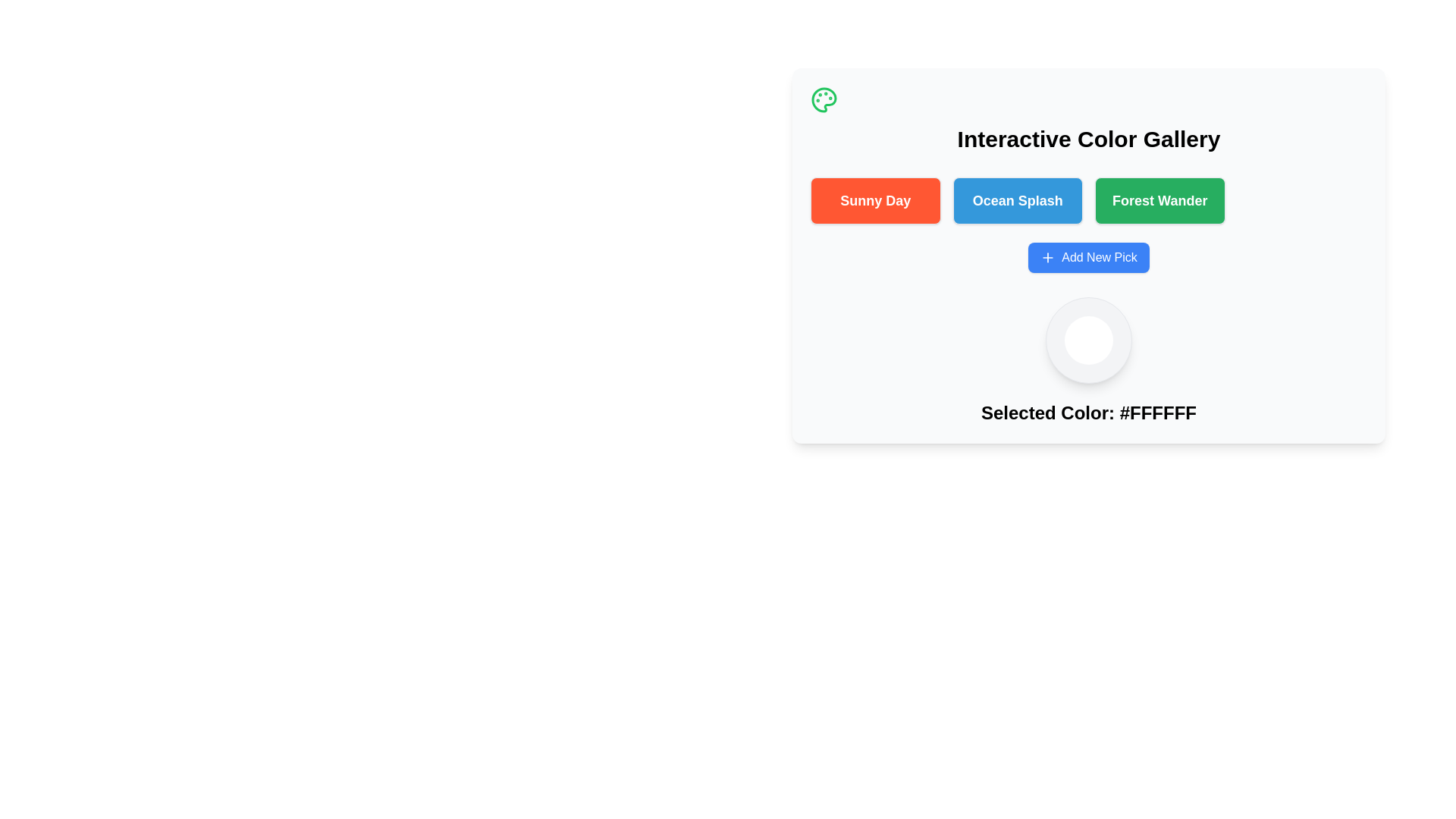 Image resolution: width=1456 pixels, height=819 pixels. Describe the element at coordinates (823, 99) in the screenshot. I see `the decorative icon located at the top-left corner of the 'Interactive Color Gallery' section` at that location.